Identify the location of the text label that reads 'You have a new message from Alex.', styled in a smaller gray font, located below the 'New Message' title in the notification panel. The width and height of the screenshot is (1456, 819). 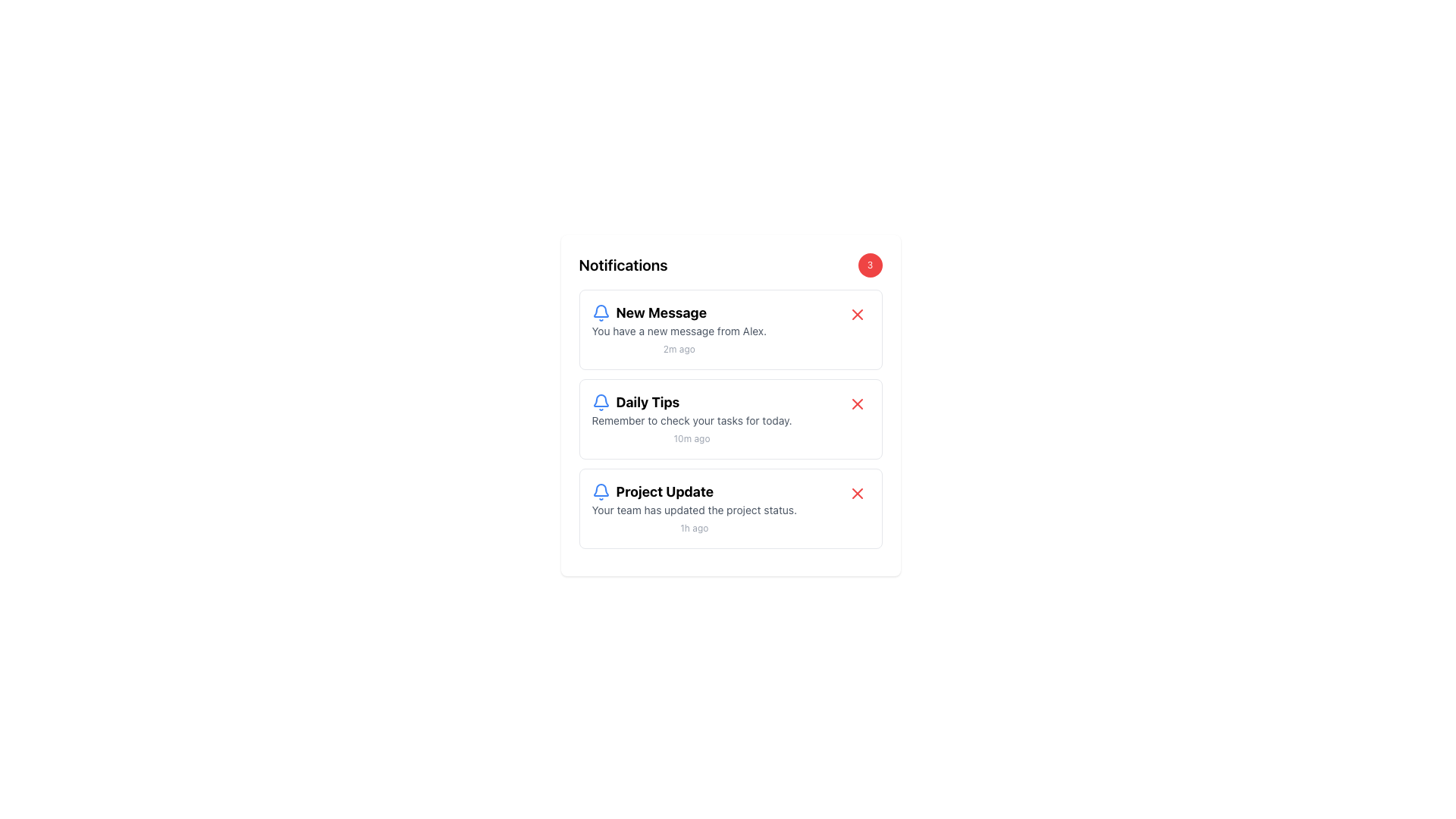
(678, 330).